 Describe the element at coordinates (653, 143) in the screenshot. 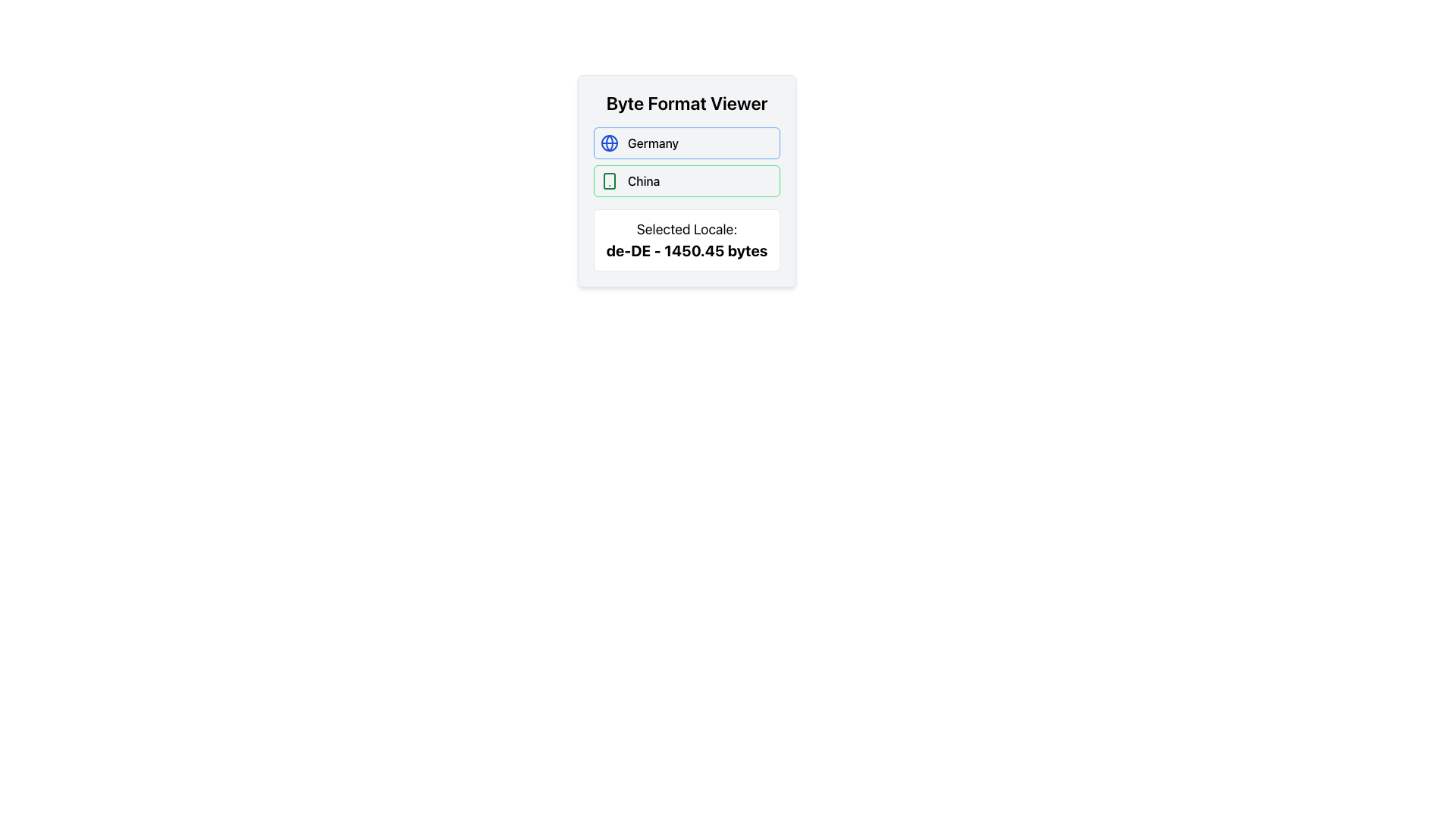

I see `the label indicating the country as 'Germany', which is positioned to the right of a globe icon in the first selection option of a vertical list` at that location.